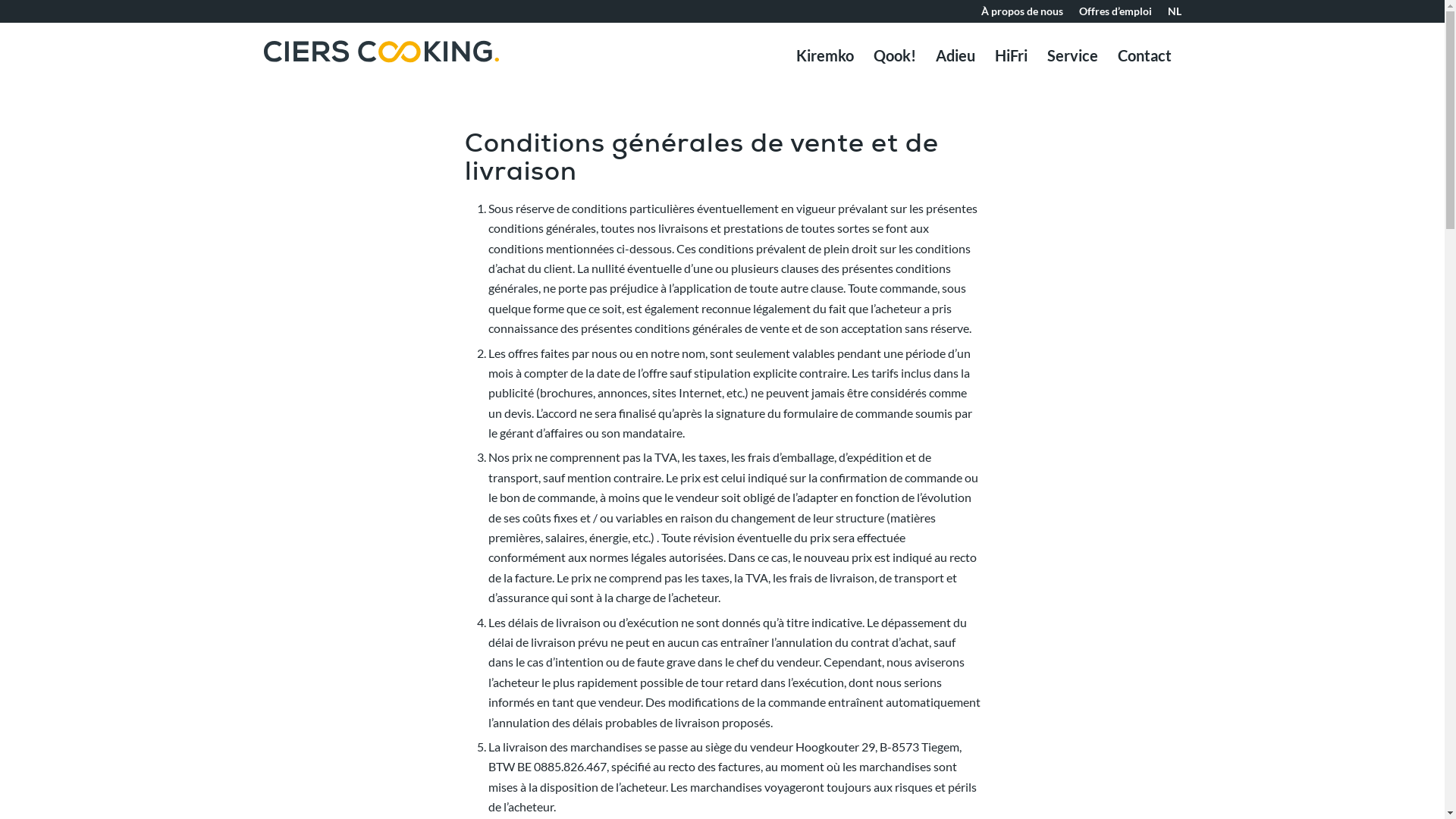  What do you see at coordinates (1144, 55) in the screenshot?
I see `'Contact'` at bounding box center [1144, 55].